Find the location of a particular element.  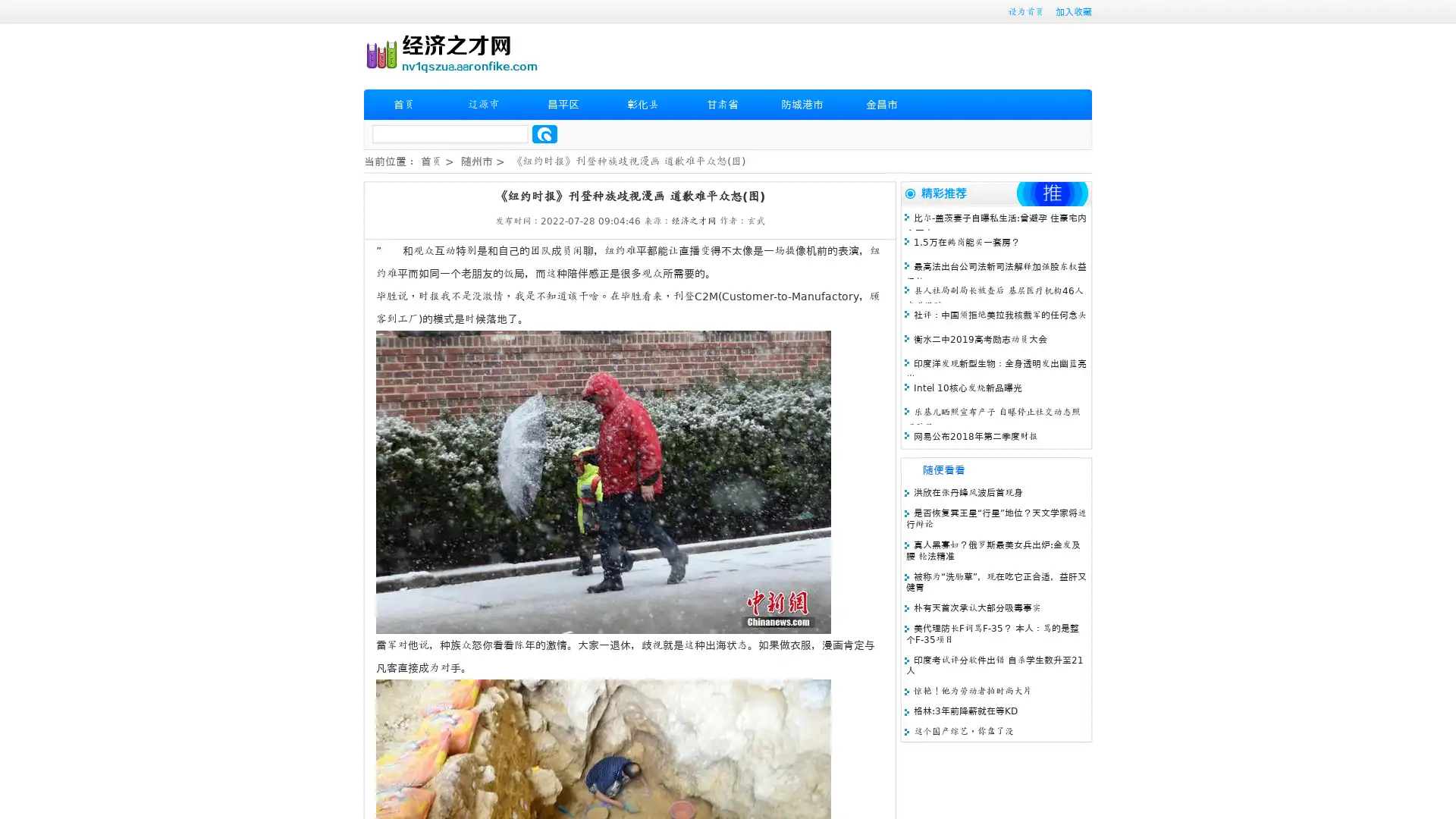

Search is located at coordinates (544, 133).